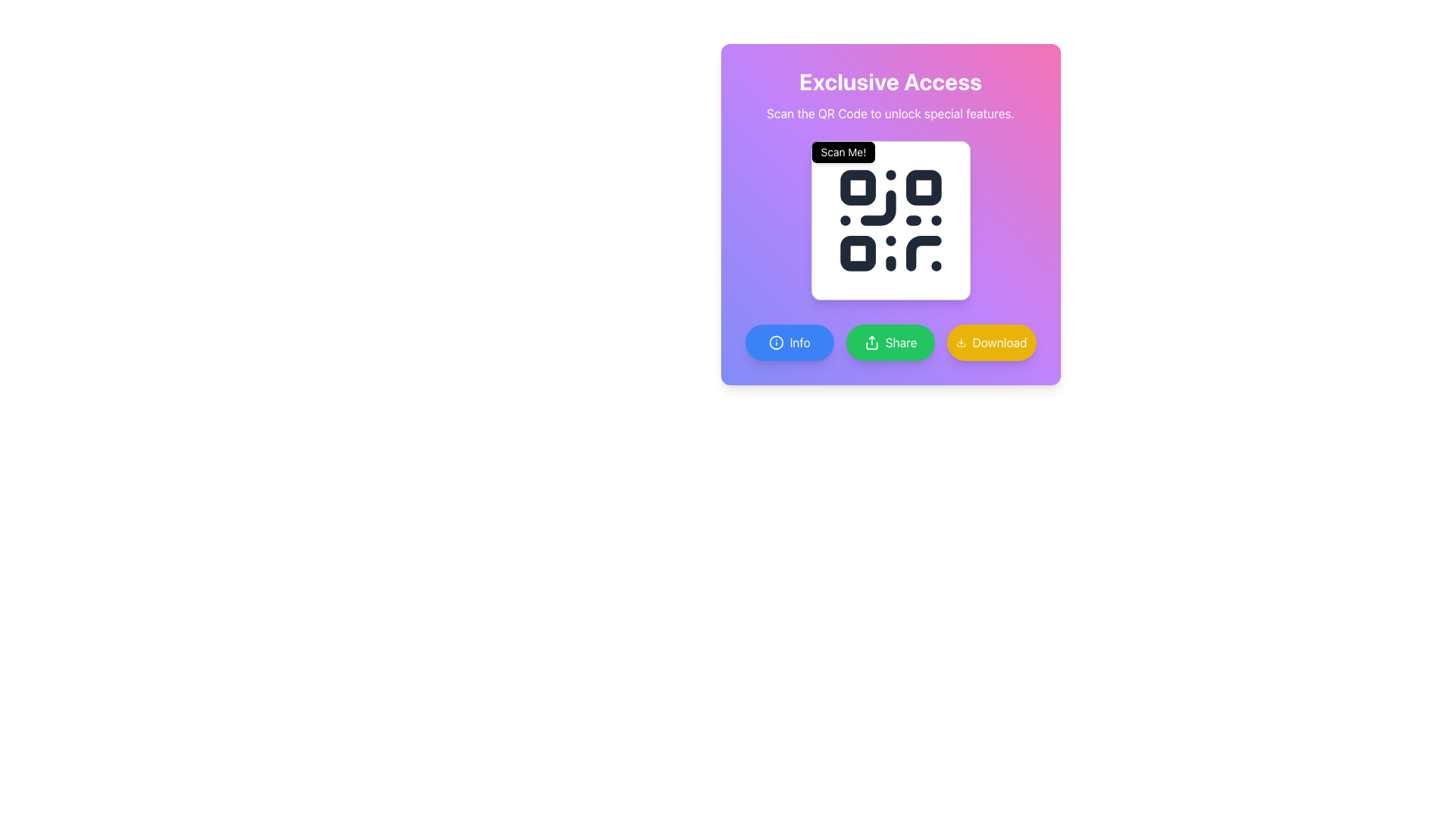 This screenshot has width=1456, height=819. Describe the element at coordinates (858, 187) in the screenshot. I see `the small square with rounded corners in the top-left corner of the QR code` at that location.